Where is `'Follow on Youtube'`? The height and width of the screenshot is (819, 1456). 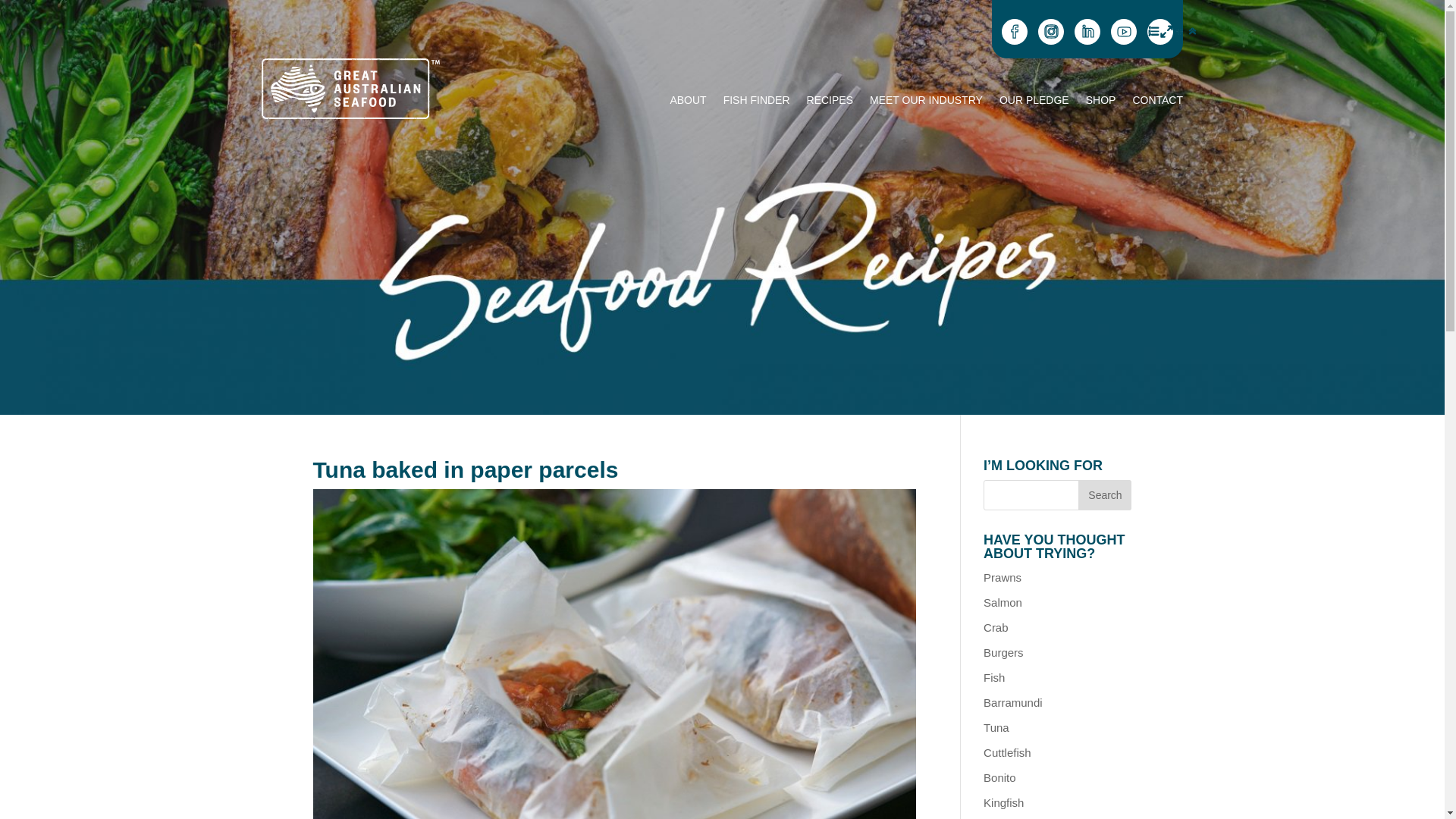 'Follow on Youtube' is located at coordinates (1124, 32).